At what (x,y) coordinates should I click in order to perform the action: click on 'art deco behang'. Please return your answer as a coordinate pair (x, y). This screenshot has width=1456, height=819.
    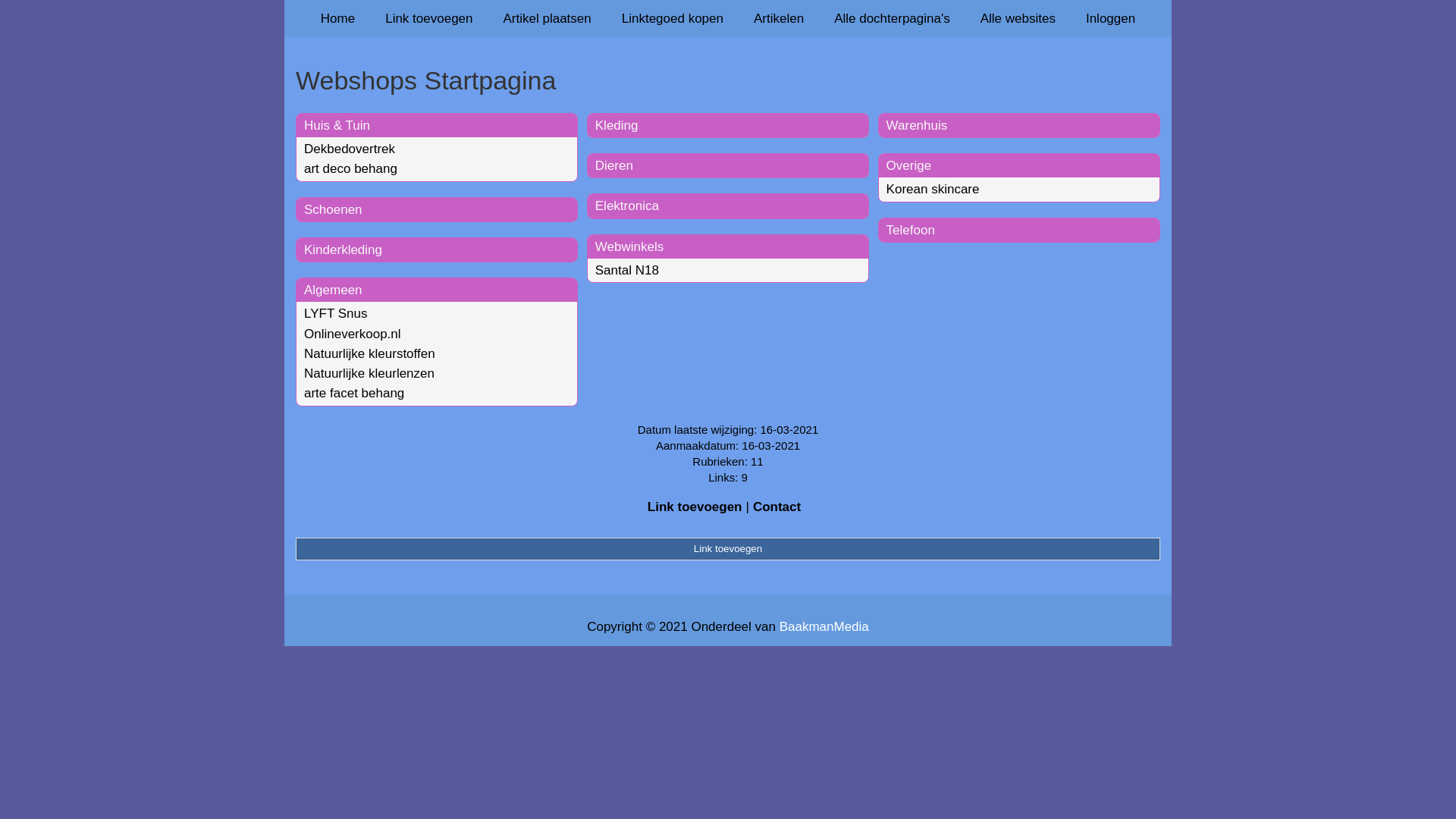
    Looking at the image, I should click on (350, 168).